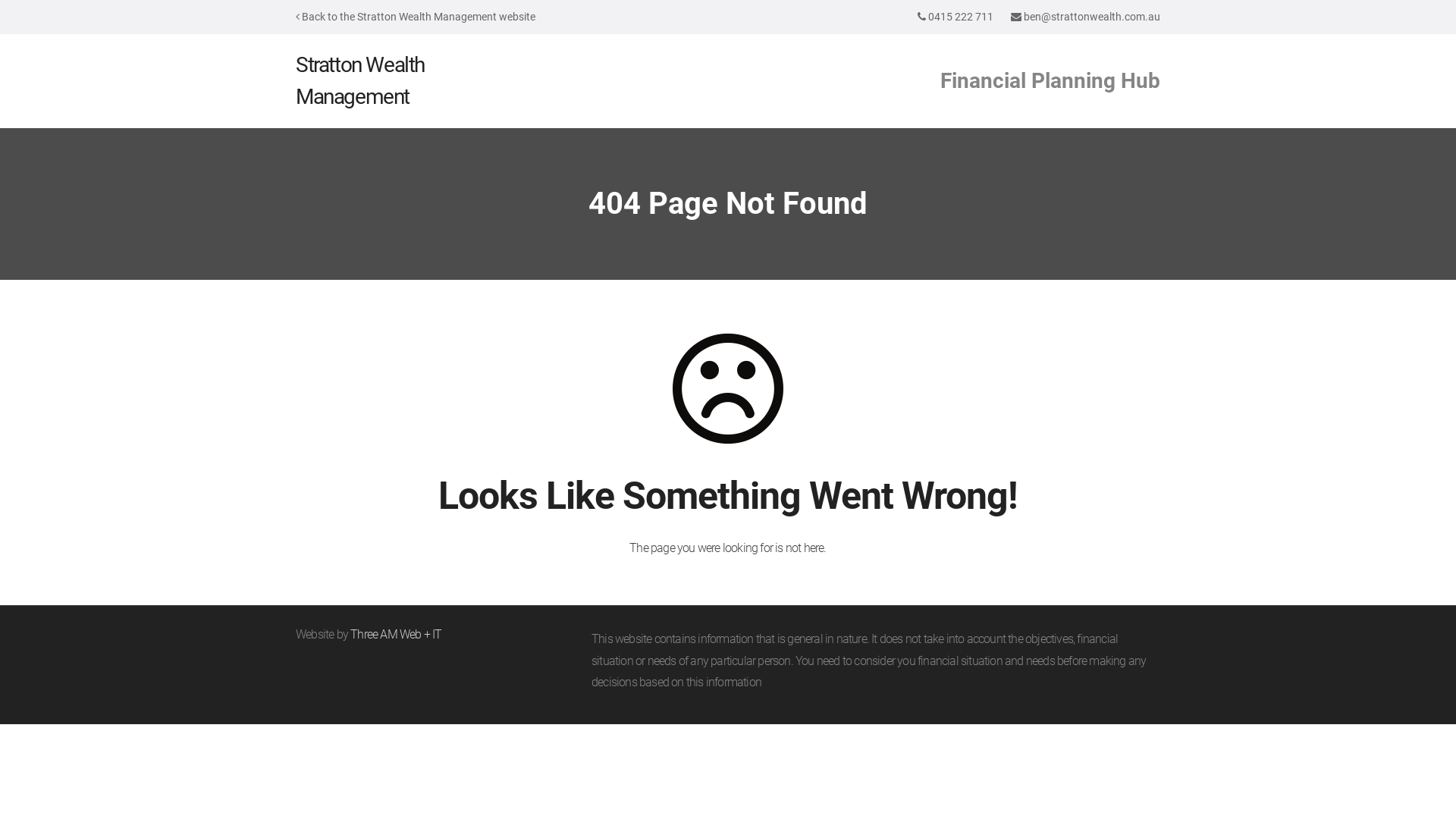 This screenshot has width=1456, height=819. Describe the element at coordinates (396, 634) in the screenshot. I see `'Three AM Web + IT'` at that location.